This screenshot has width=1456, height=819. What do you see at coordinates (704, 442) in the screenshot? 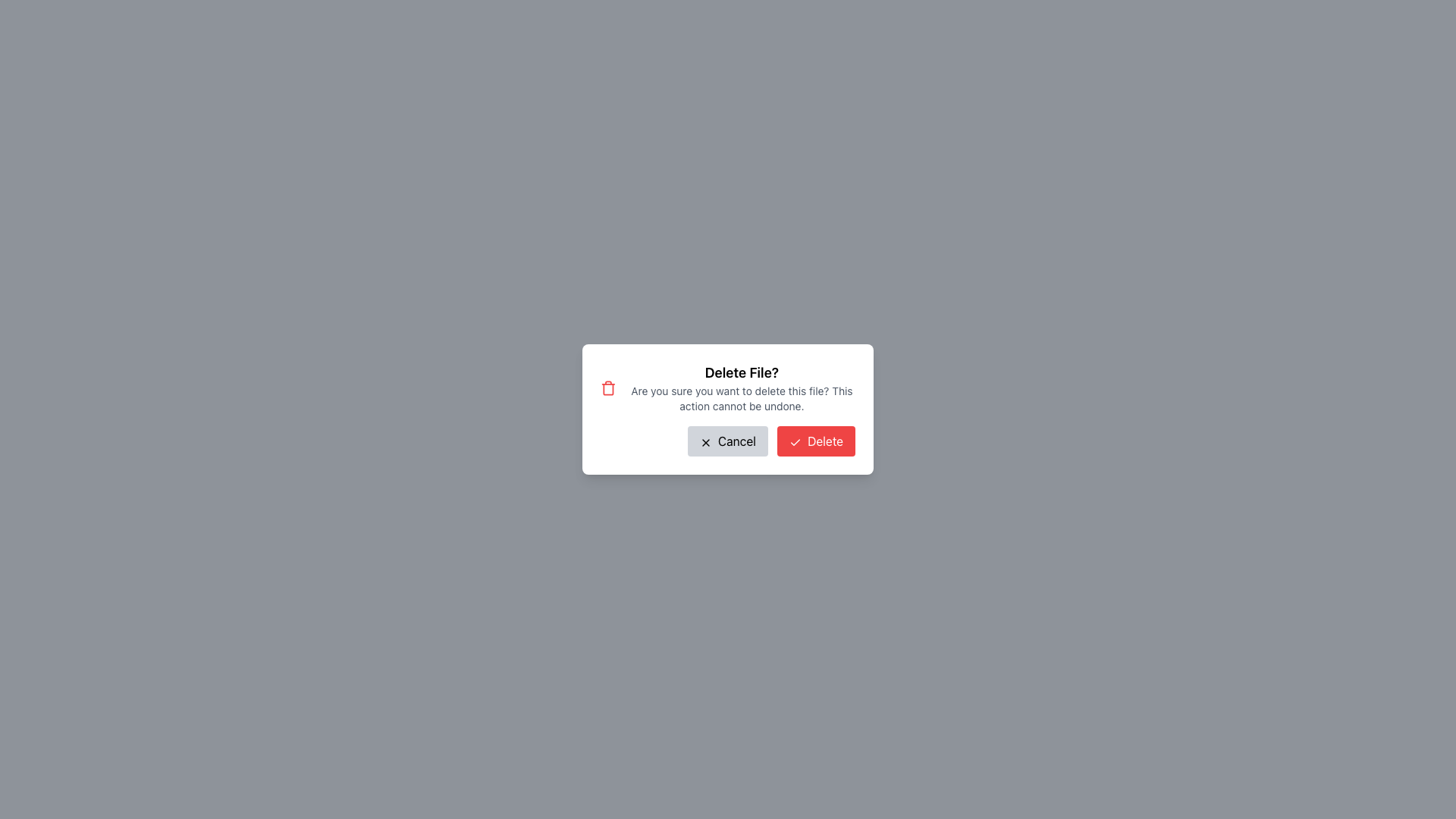
I see `the small black cross icon located within the 'Cancel' button, positioned to the left of the 'Cancel' text` at bounding box center [704, 442].